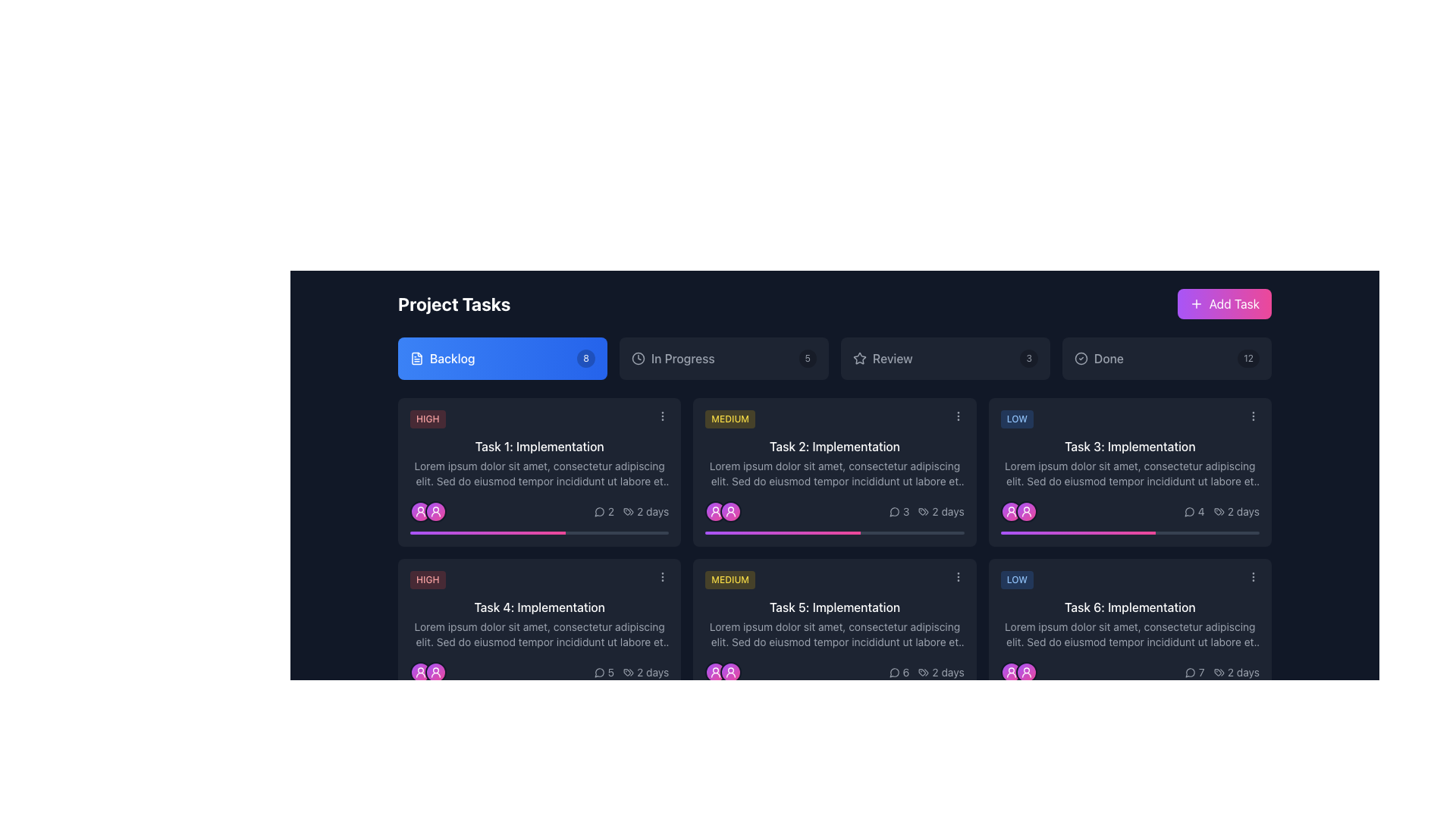 This screenshot has width=1456, height=819. Describe the element at coordinates (715, 672) in the screenshot. I see `the first circular avatar located at the bottom-right corner of the 'Task 5: Implementation' card under 'Medium' priority` at that location.